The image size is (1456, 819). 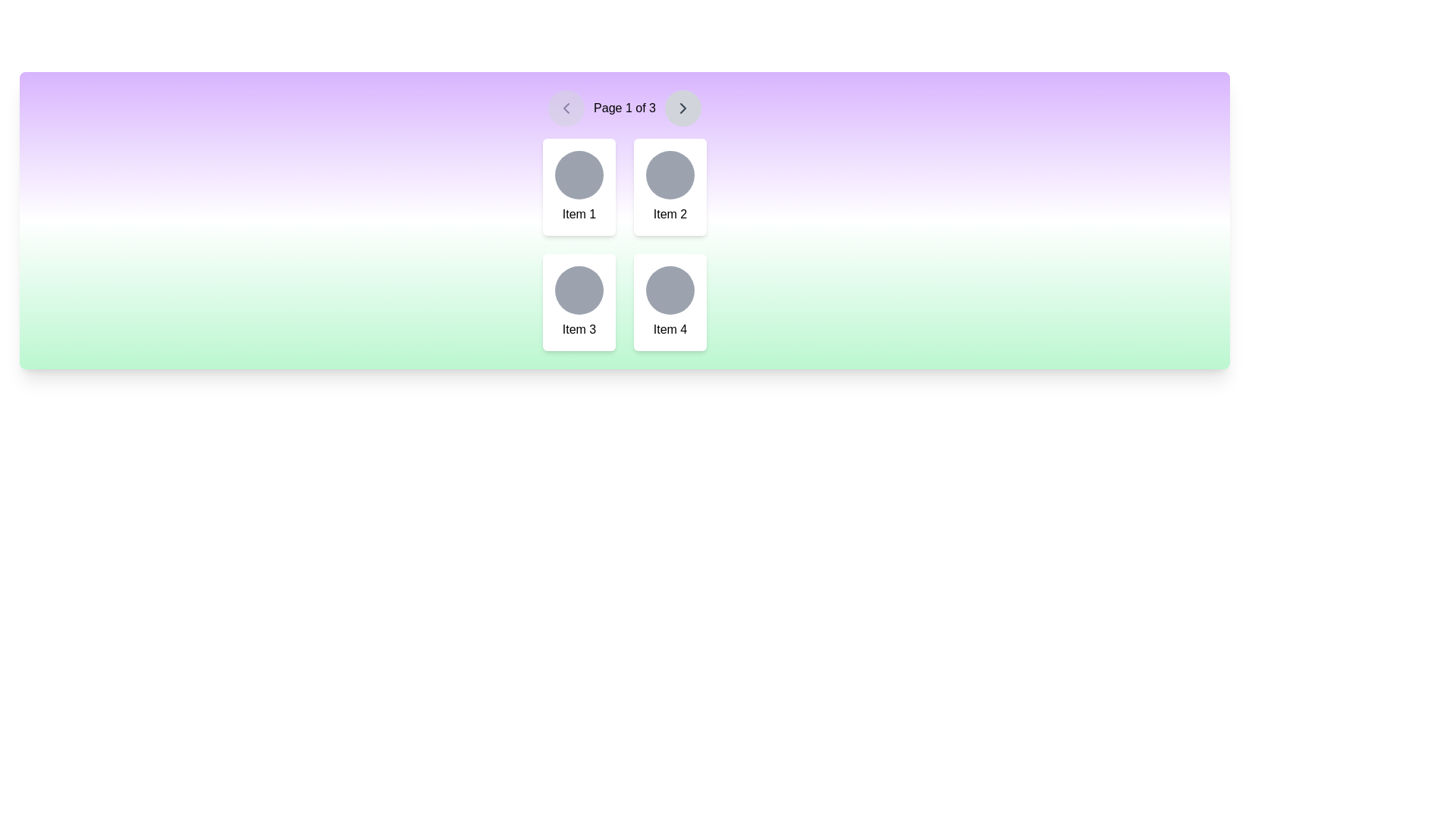 What do you see at coordinates (566, 107) in the screenshot?
I see `the left-pointing chevron-shaped icon located within the navigation section, to the immediate left of the text 'Page 1 of 3'` at bounding box center [566, 107].